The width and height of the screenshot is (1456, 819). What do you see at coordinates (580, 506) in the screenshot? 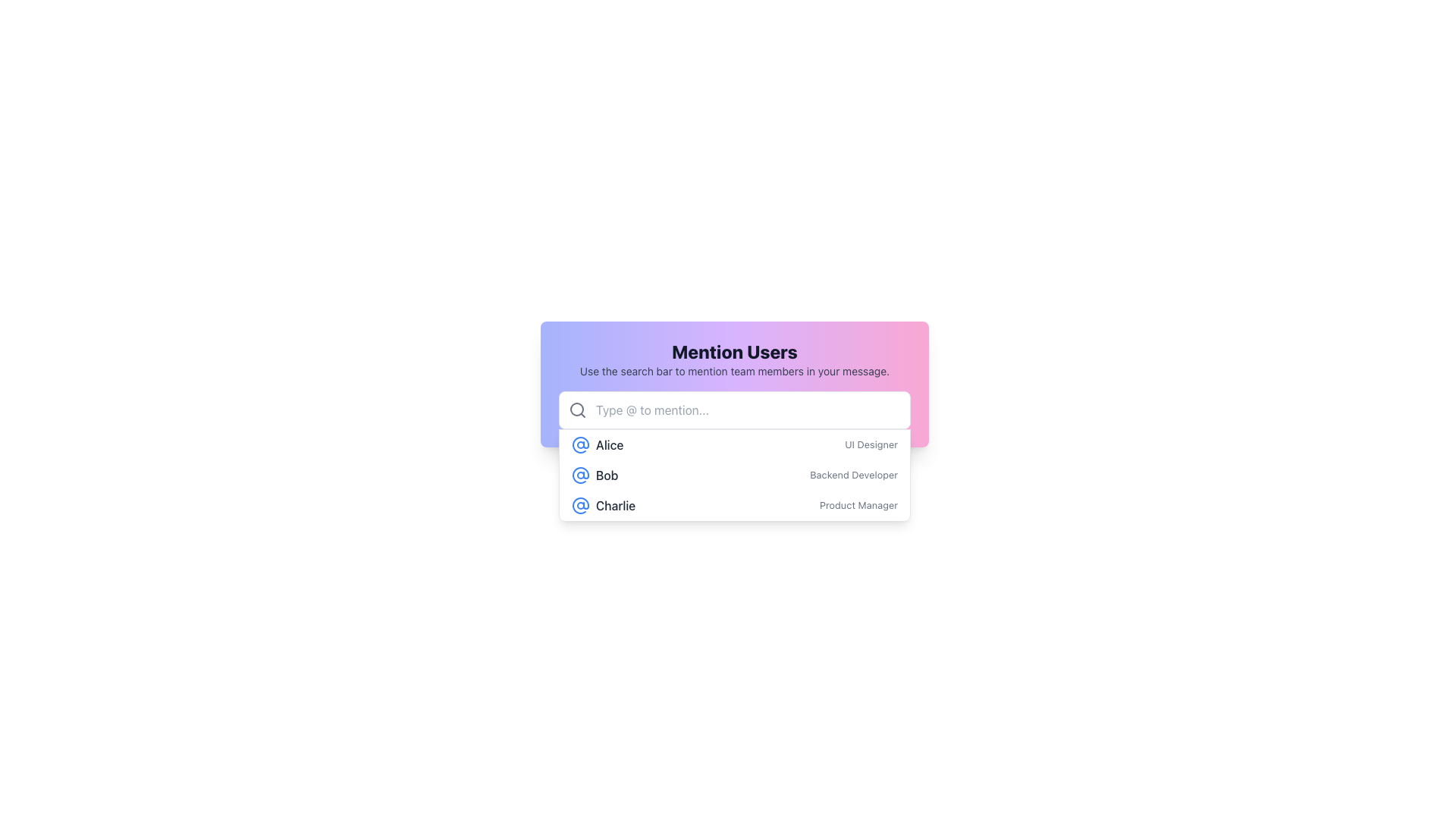
I see `the '@' icon next to the username 'Charlie' in the dropdown mention list to activate the mention feature` at bounding box center [580, 506].